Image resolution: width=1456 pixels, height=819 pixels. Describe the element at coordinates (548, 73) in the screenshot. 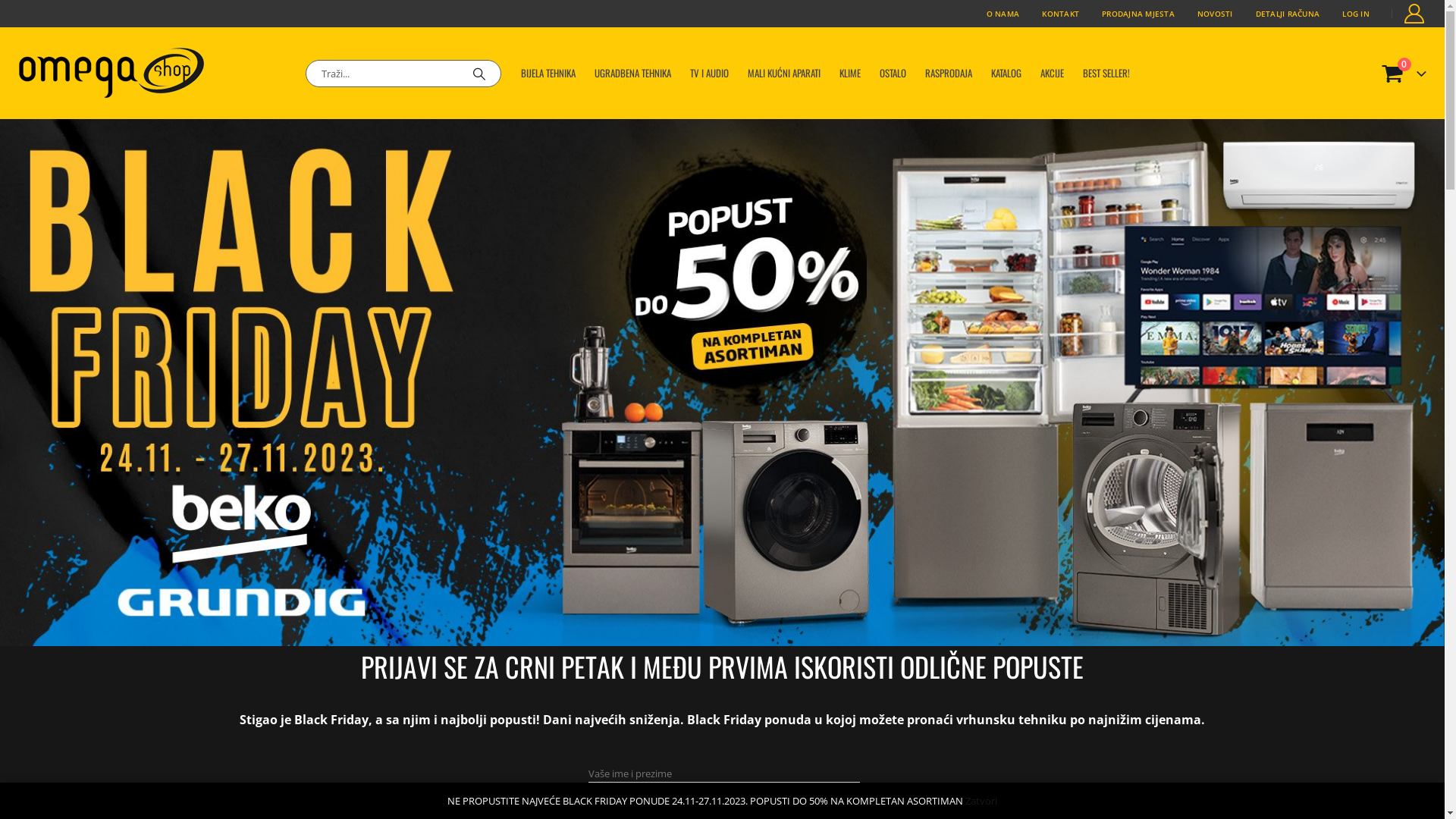

I see `'BIJELA TEHNIKA'` at that location.